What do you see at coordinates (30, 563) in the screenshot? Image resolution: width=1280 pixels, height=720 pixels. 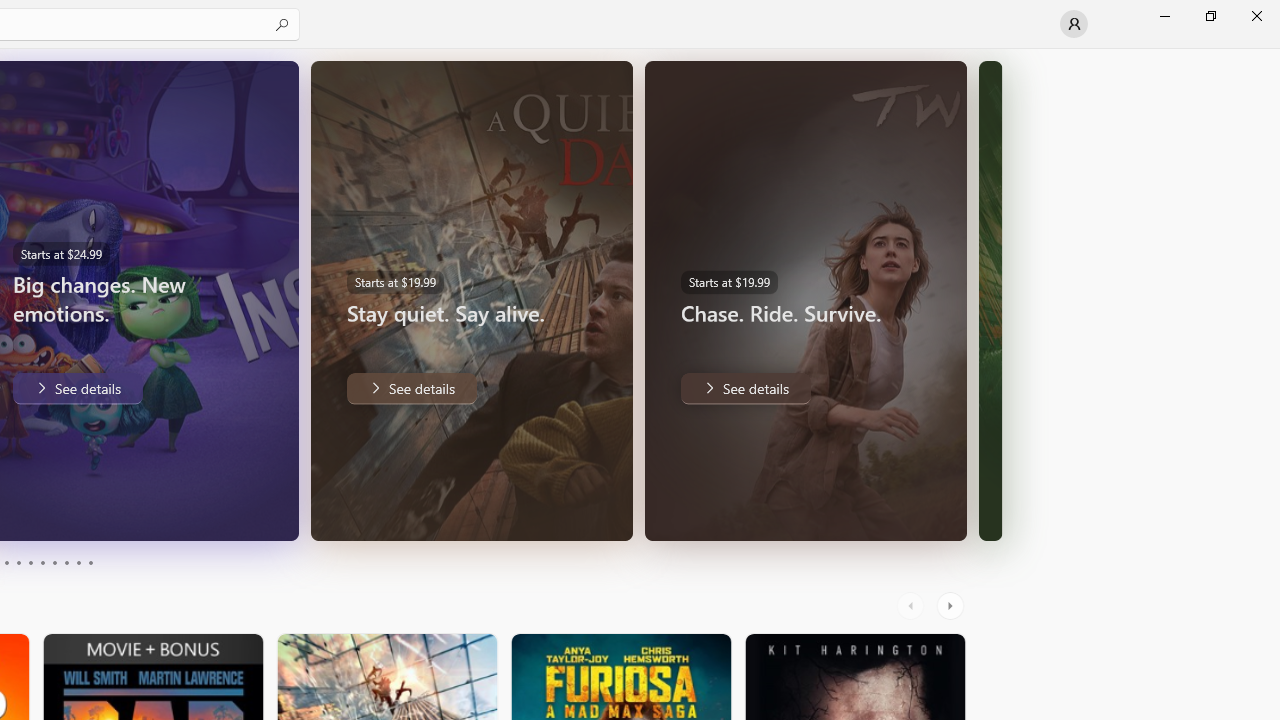 I see `'Page 5'` at bounding box center [30, 563].